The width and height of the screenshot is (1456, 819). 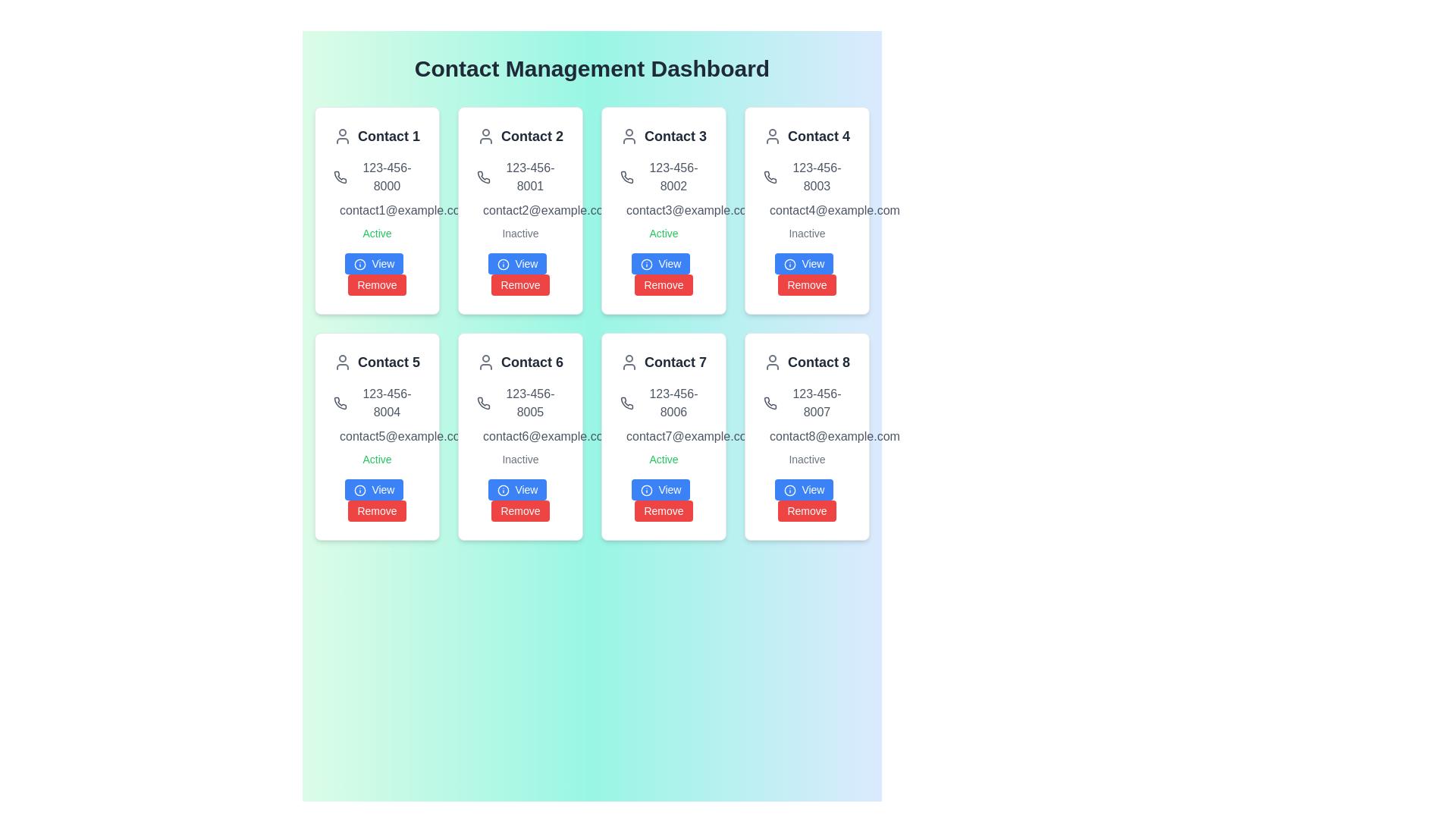 I want to click on email address 'contact4@example.com' displayed in medium-gray font within the contact card for 'Contact 4', so click(x=806, y=210).